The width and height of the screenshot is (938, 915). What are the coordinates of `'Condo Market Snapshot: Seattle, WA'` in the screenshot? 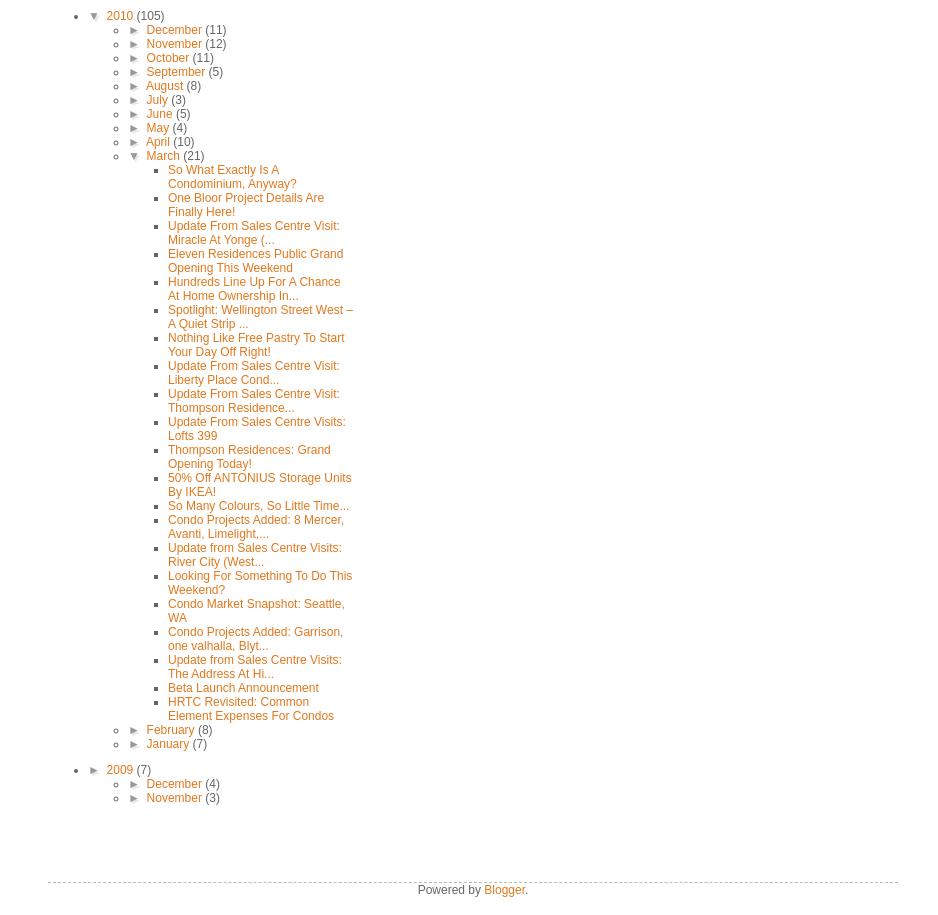 It's located at (254, 610).